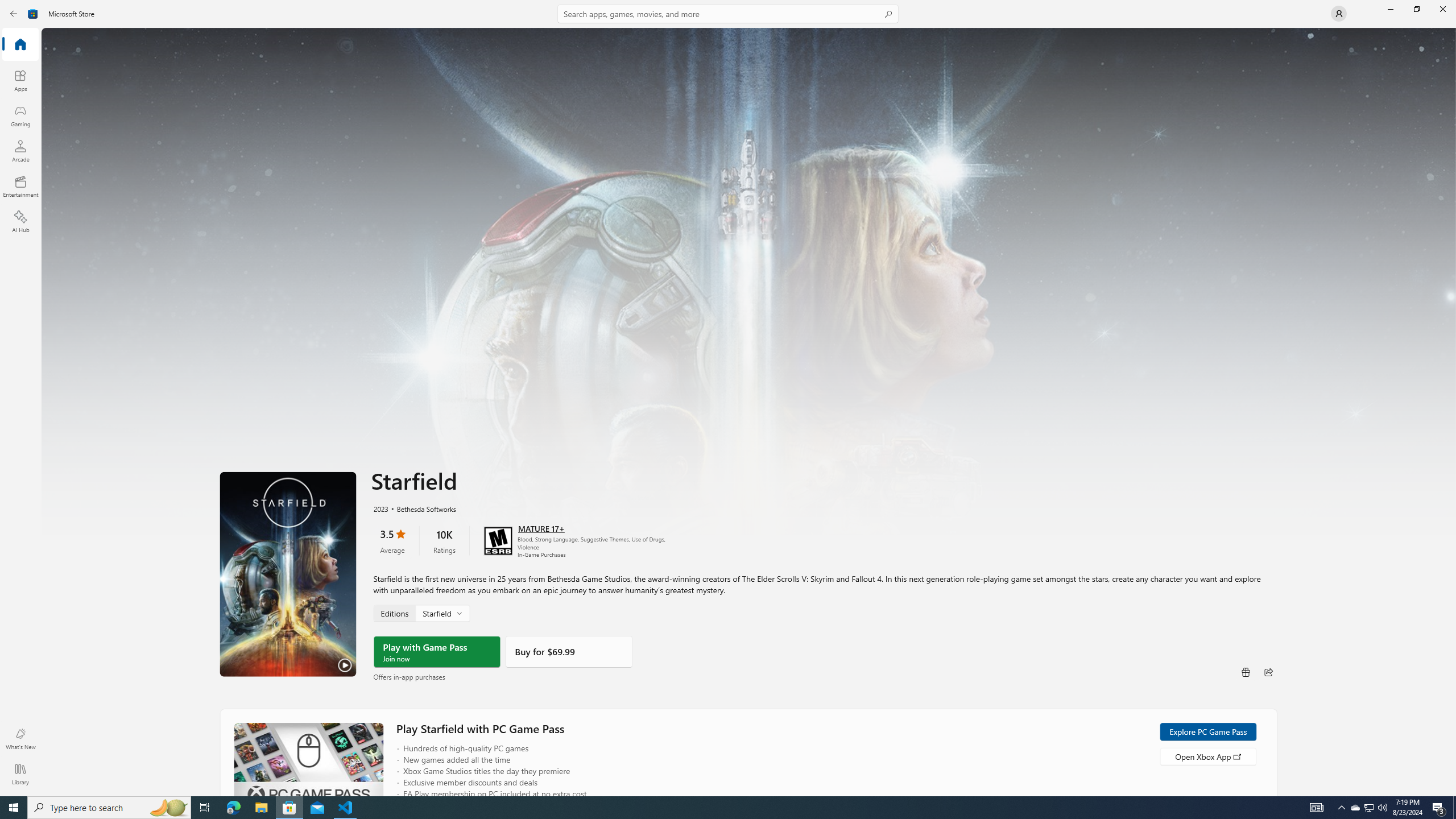 Image resolution: width=1456 pixels, height=819 pixels. Describe the element at coordinates (1207, 730) in the screenshot. I see `'Explore PC Game Pass'` at that location.